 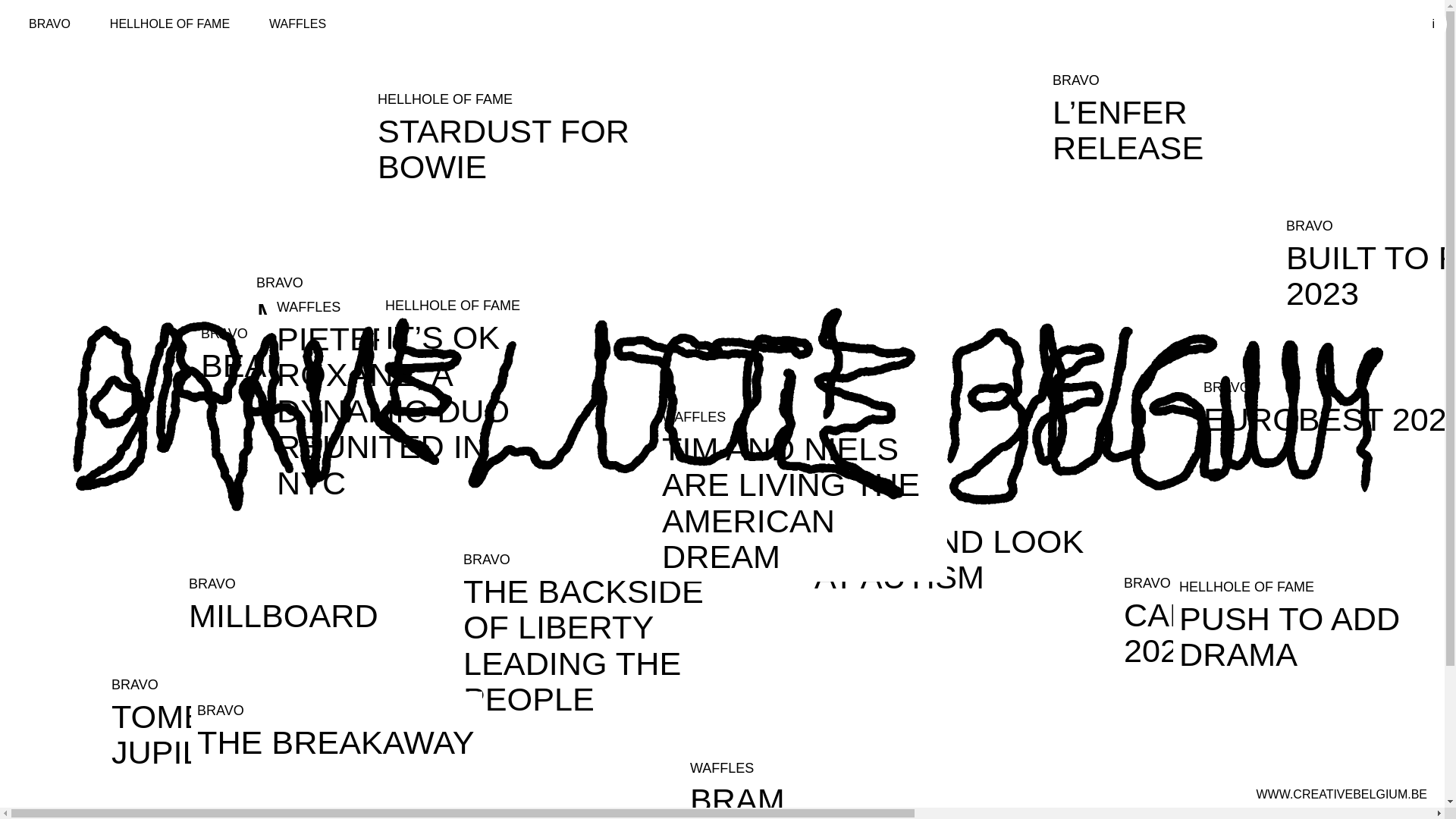 What do you see at coordinates (952, 546) in the screenshot?
I see `'BRAVO` at bounding box center [952, 546].